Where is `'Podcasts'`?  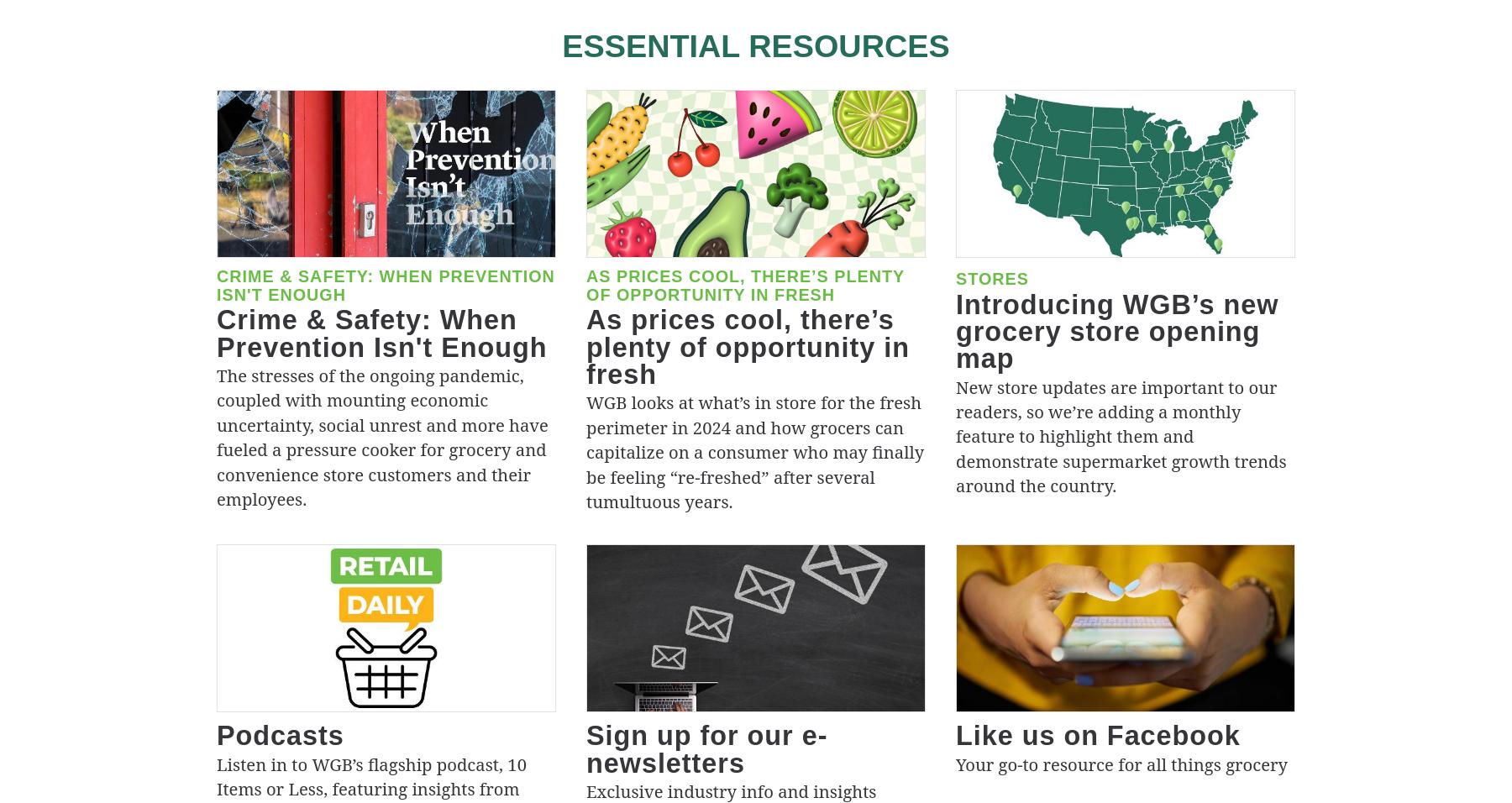
'Podcasts' is located at coordinates (279, 735).